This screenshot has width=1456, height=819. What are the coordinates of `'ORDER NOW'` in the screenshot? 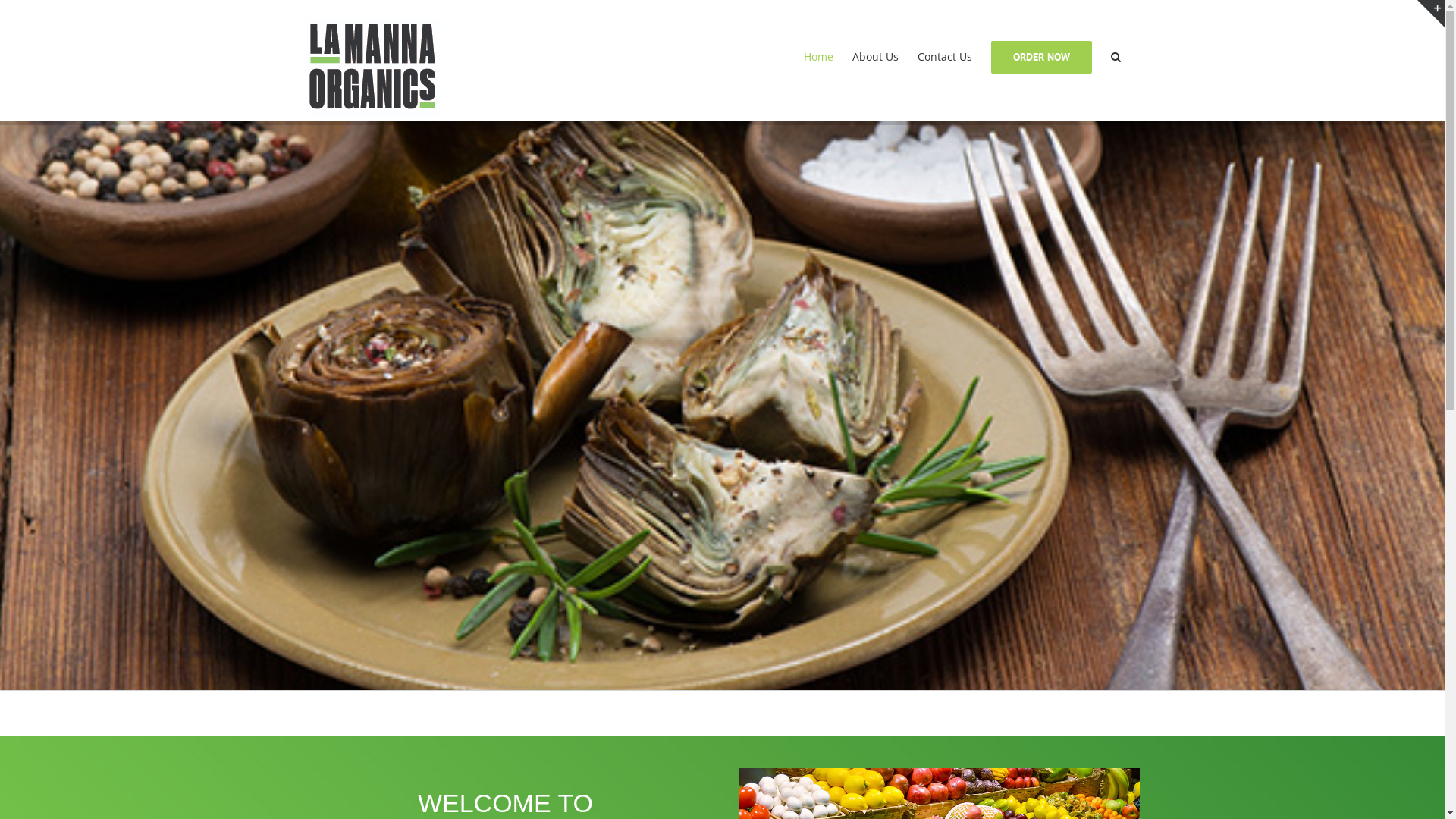 It's located at (1040, 55).